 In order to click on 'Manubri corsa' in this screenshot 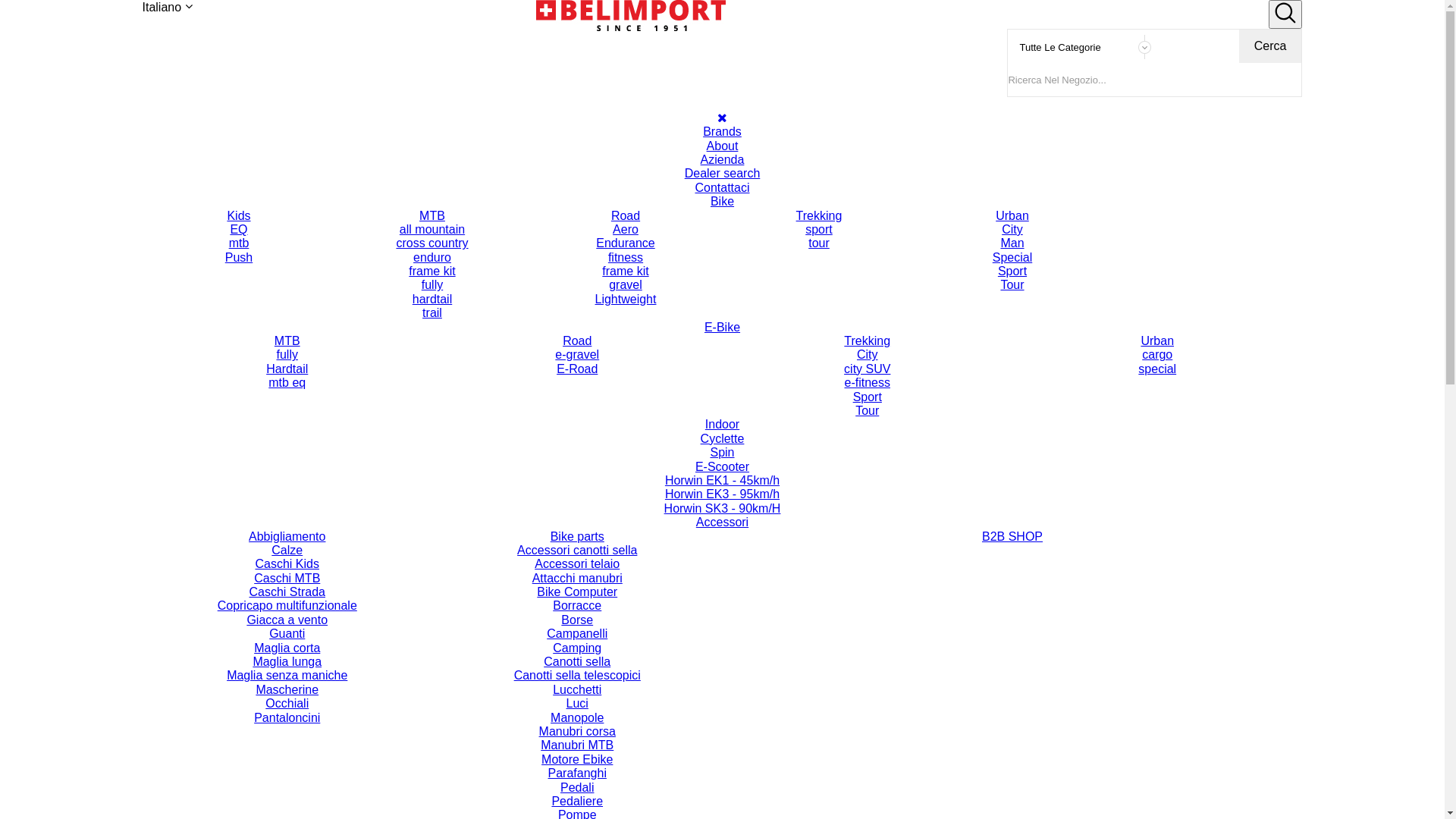, I will do `click(576, 730)`.